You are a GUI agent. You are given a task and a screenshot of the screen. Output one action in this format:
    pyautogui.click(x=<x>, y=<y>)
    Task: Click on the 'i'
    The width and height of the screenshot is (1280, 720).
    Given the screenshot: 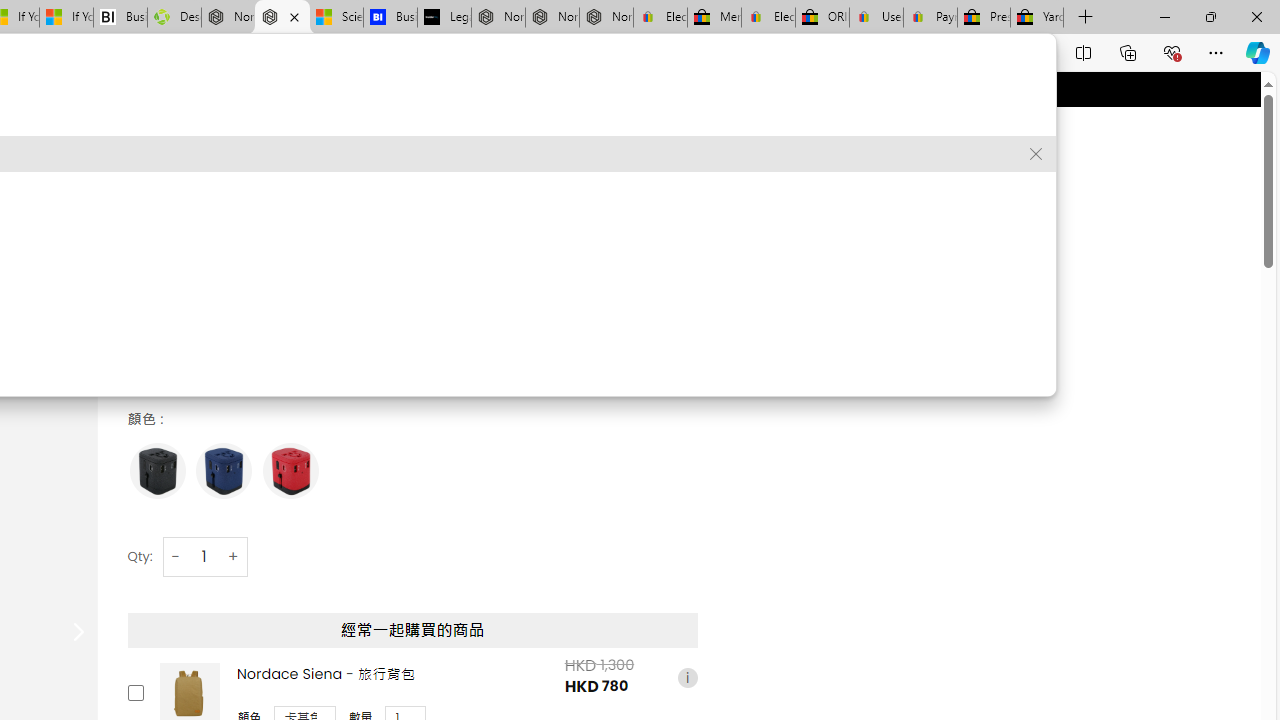 What is the action you would take?
    pyautogui.click(x=687, y=676)
    